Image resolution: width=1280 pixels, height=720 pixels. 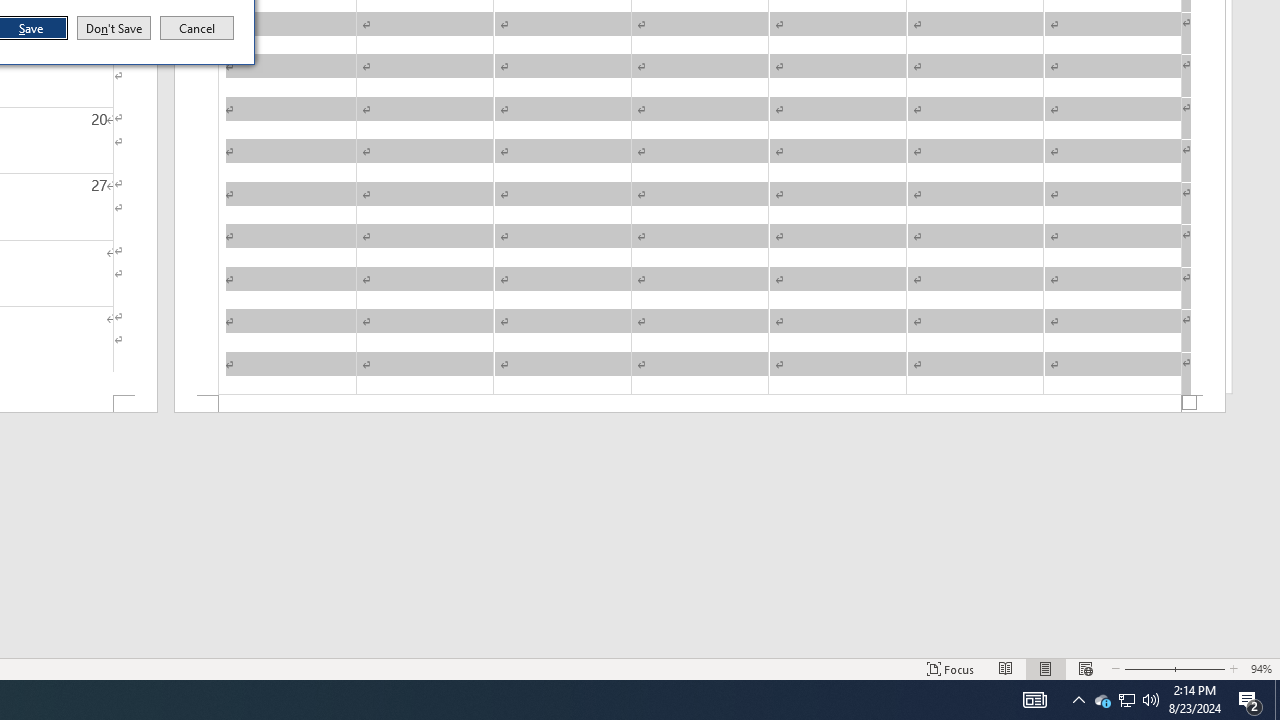 I want to click on 'User Promoted Notification Area', so click(x=1127, y=698).